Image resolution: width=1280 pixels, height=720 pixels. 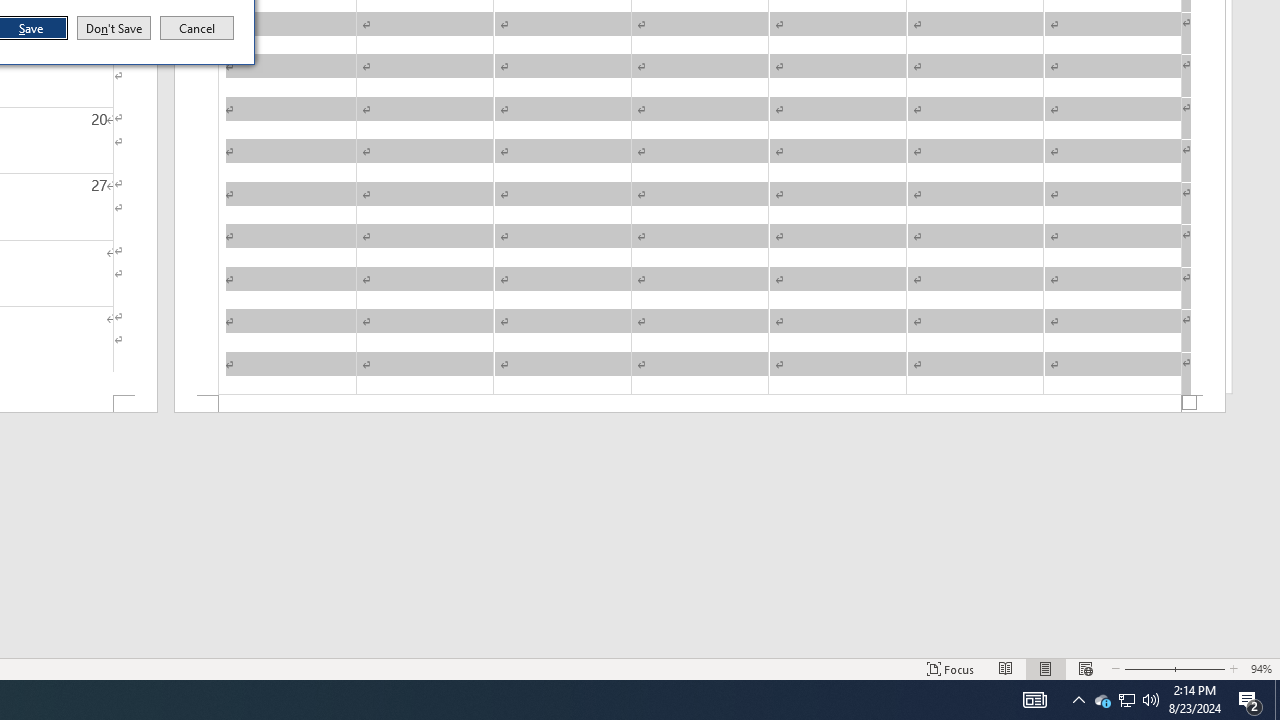 I want to click on 'User Promoted Notification Area', so click(x=1127, y=698).